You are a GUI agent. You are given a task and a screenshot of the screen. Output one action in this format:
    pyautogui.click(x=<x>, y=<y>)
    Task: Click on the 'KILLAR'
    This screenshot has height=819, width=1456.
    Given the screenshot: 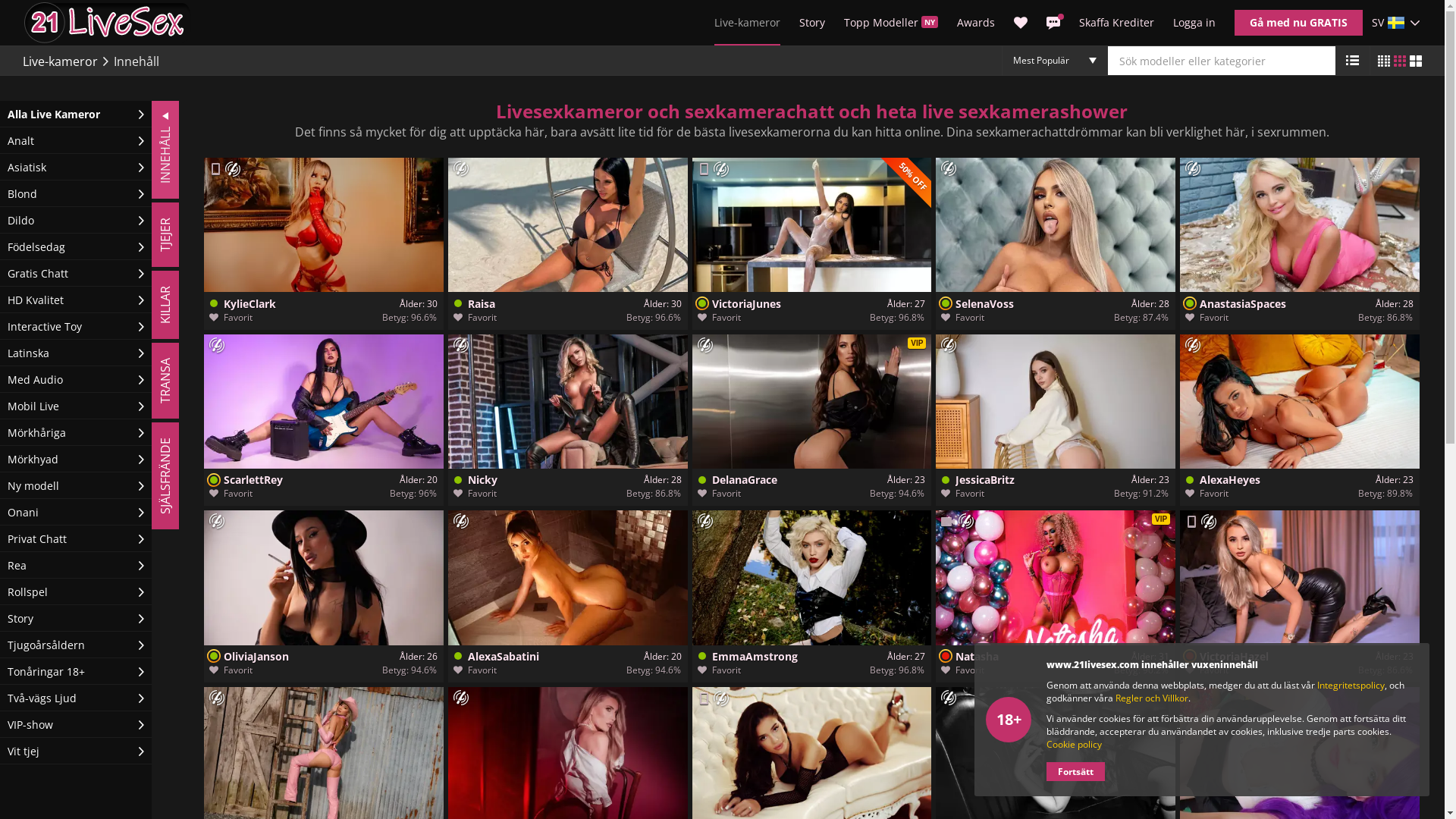 What is the action you would take?
    pyautogui.click(x=184, y=284)
    